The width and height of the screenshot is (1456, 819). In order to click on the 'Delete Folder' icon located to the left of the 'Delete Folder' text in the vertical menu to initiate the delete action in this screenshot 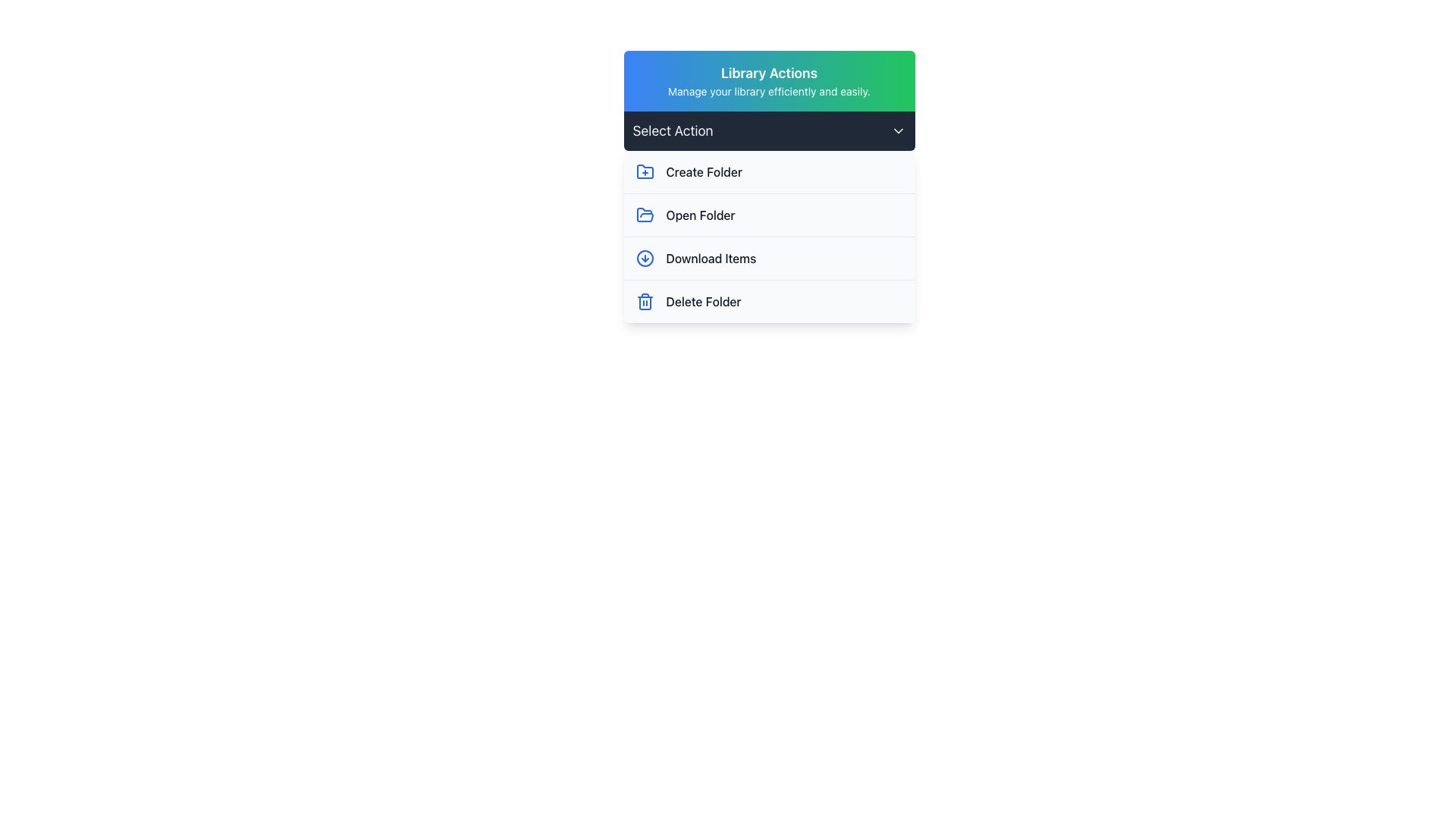, I will do `click(645, 301)`.